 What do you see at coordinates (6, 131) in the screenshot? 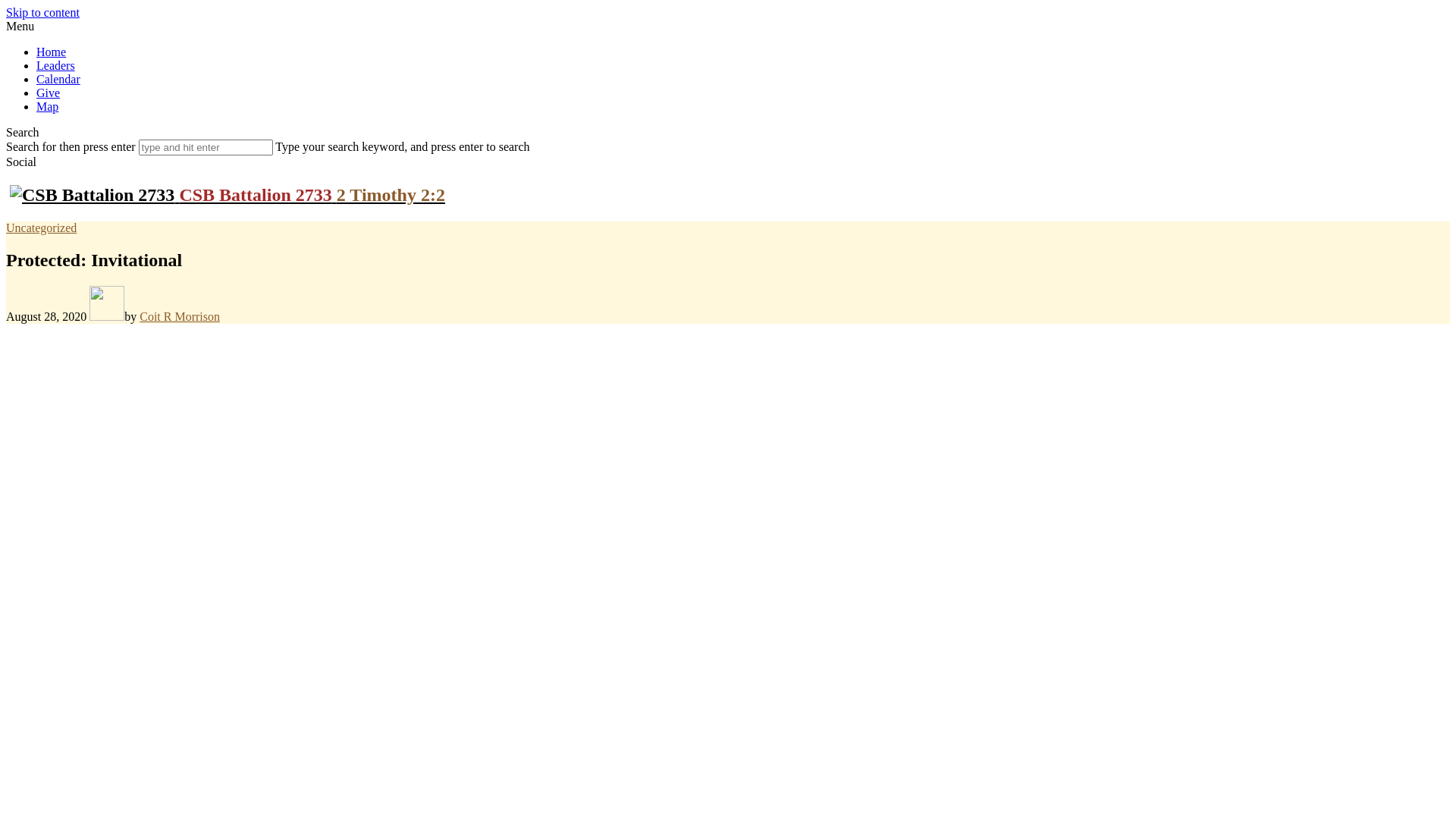
I see `'Search'` at bounding box center [6, 131].